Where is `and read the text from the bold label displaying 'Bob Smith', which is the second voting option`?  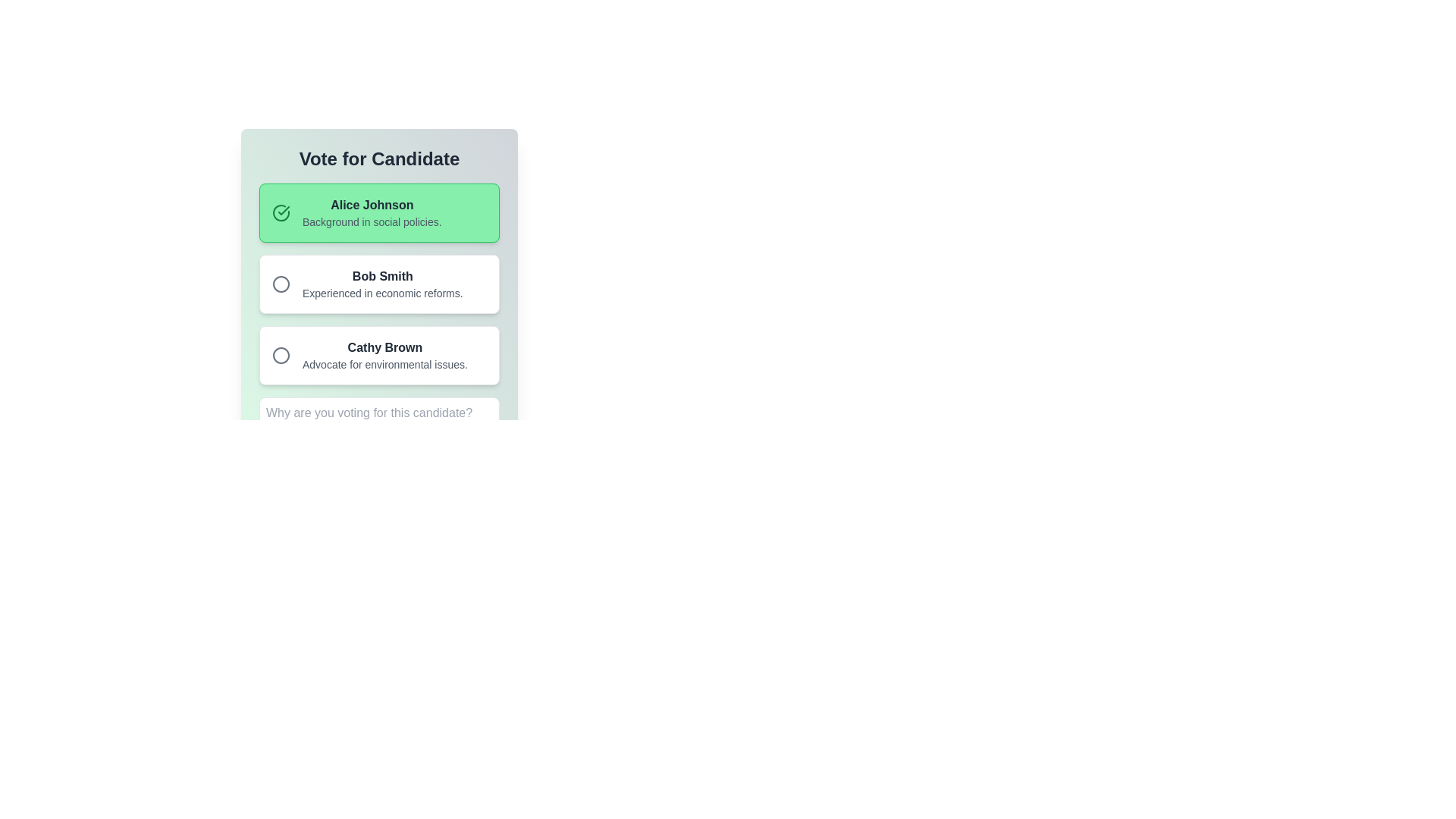 and read the text from the bold label displaying 'Bob Smith', which is the second voting option is located at coordinates (382, 277).